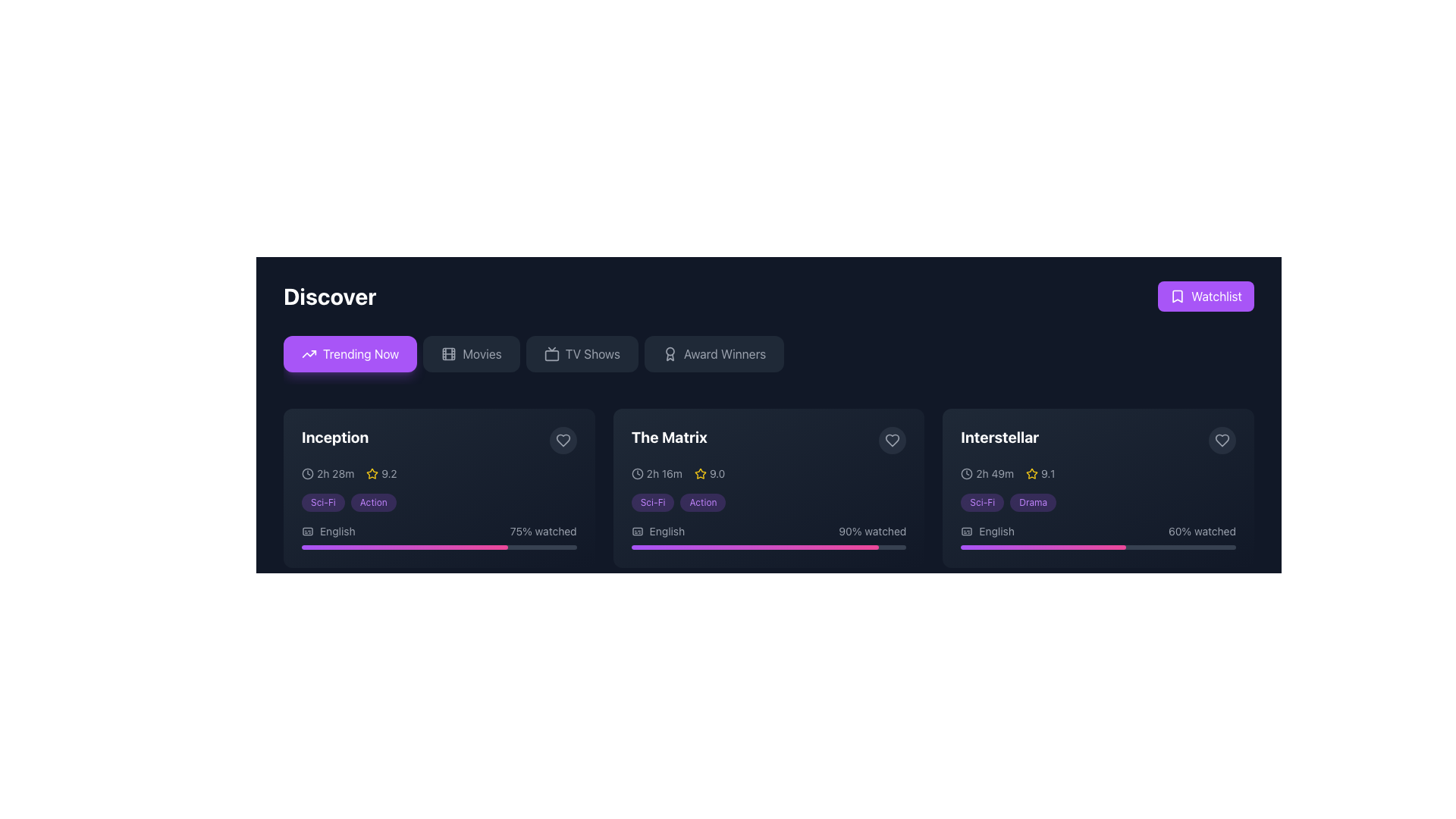  What do you see at coordinates (1047, 472) in the screenshot?
I see `the text label displaying the rating score for the movie 'Interstellar', which is located to the right of the star icon and vertically centered in the content area` at bounding box center [1047, 472].